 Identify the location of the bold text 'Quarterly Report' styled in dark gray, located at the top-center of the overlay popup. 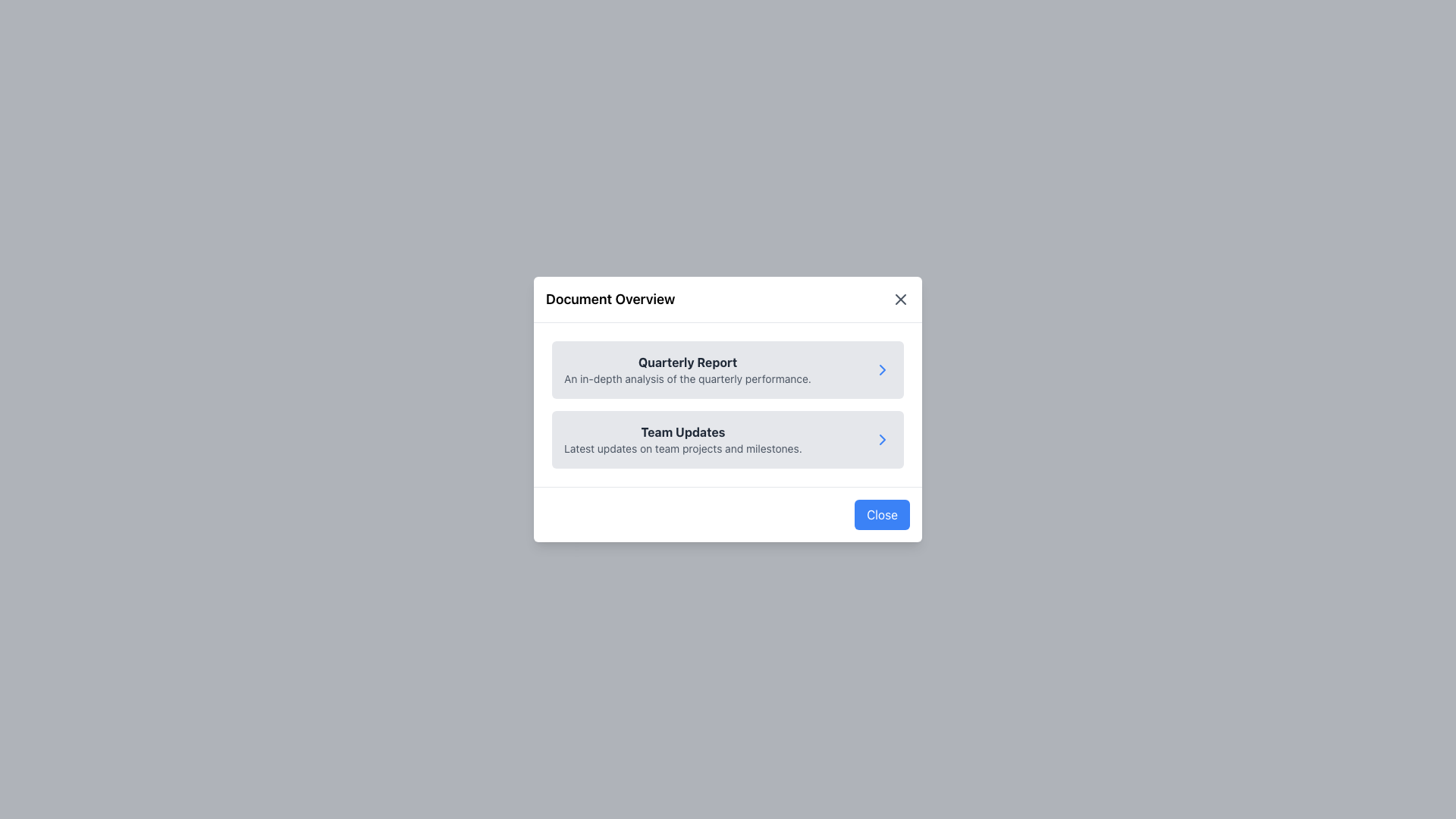
(687, 362).